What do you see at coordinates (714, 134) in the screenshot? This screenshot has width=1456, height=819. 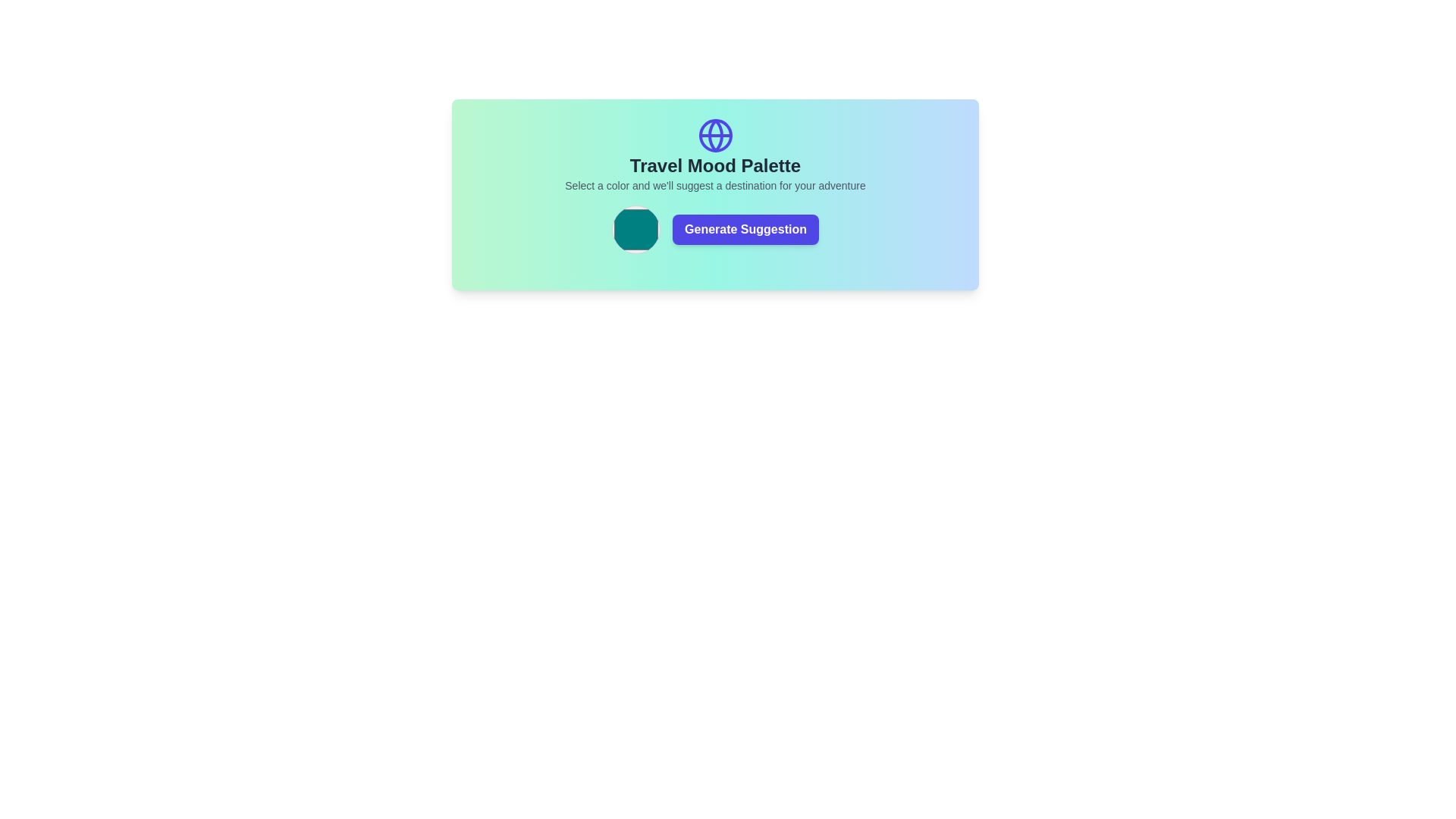 I see `the circular graphical component styled as a globe icon within the SVG, located above the title 'Travel Mood Palette'` at bounding box center [714, 134].